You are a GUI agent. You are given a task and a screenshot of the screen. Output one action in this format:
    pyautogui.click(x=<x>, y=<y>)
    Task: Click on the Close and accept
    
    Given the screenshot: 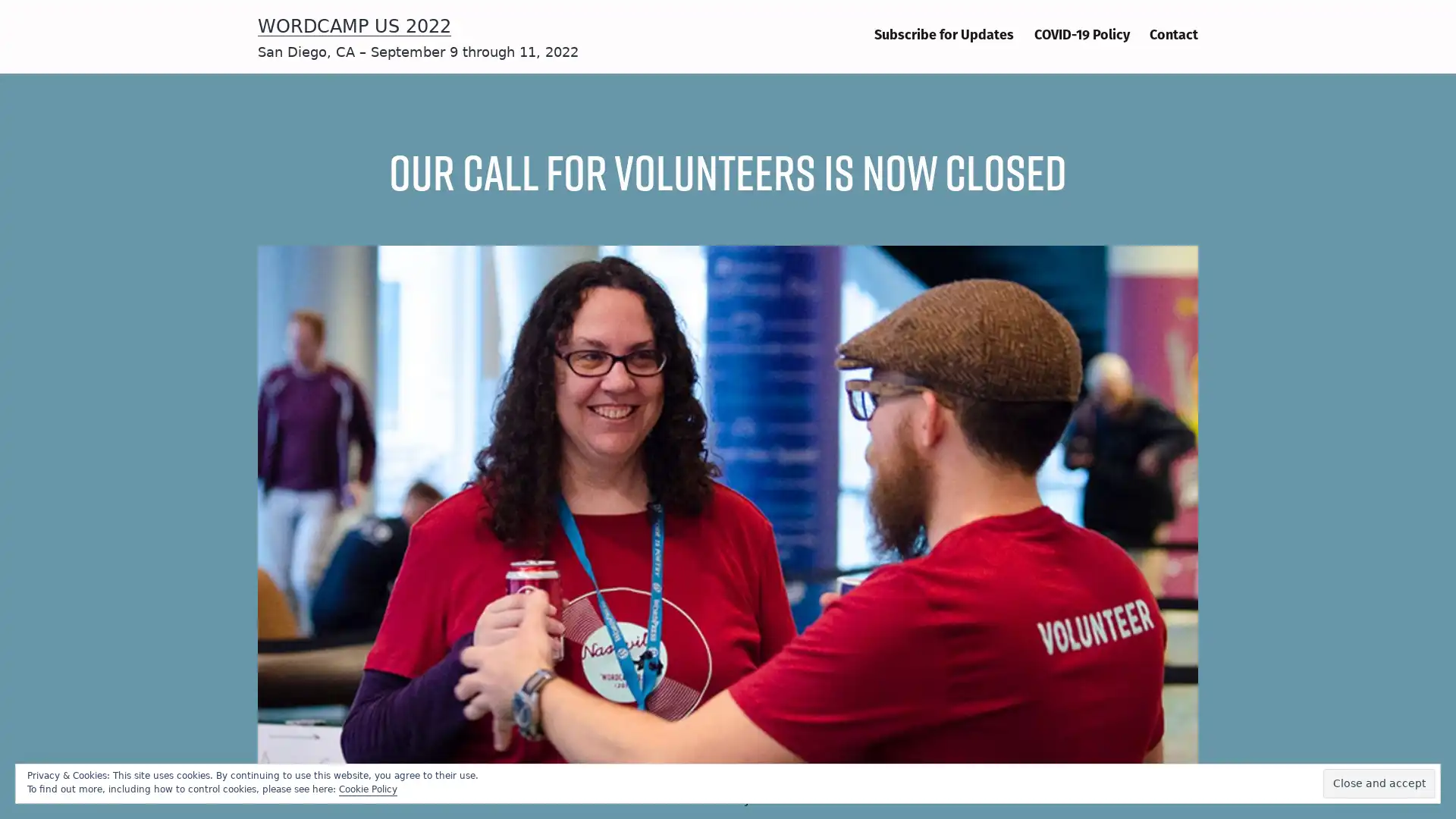 What is the action you would take?
    pyautogui.click(x=1379, y=783)
    